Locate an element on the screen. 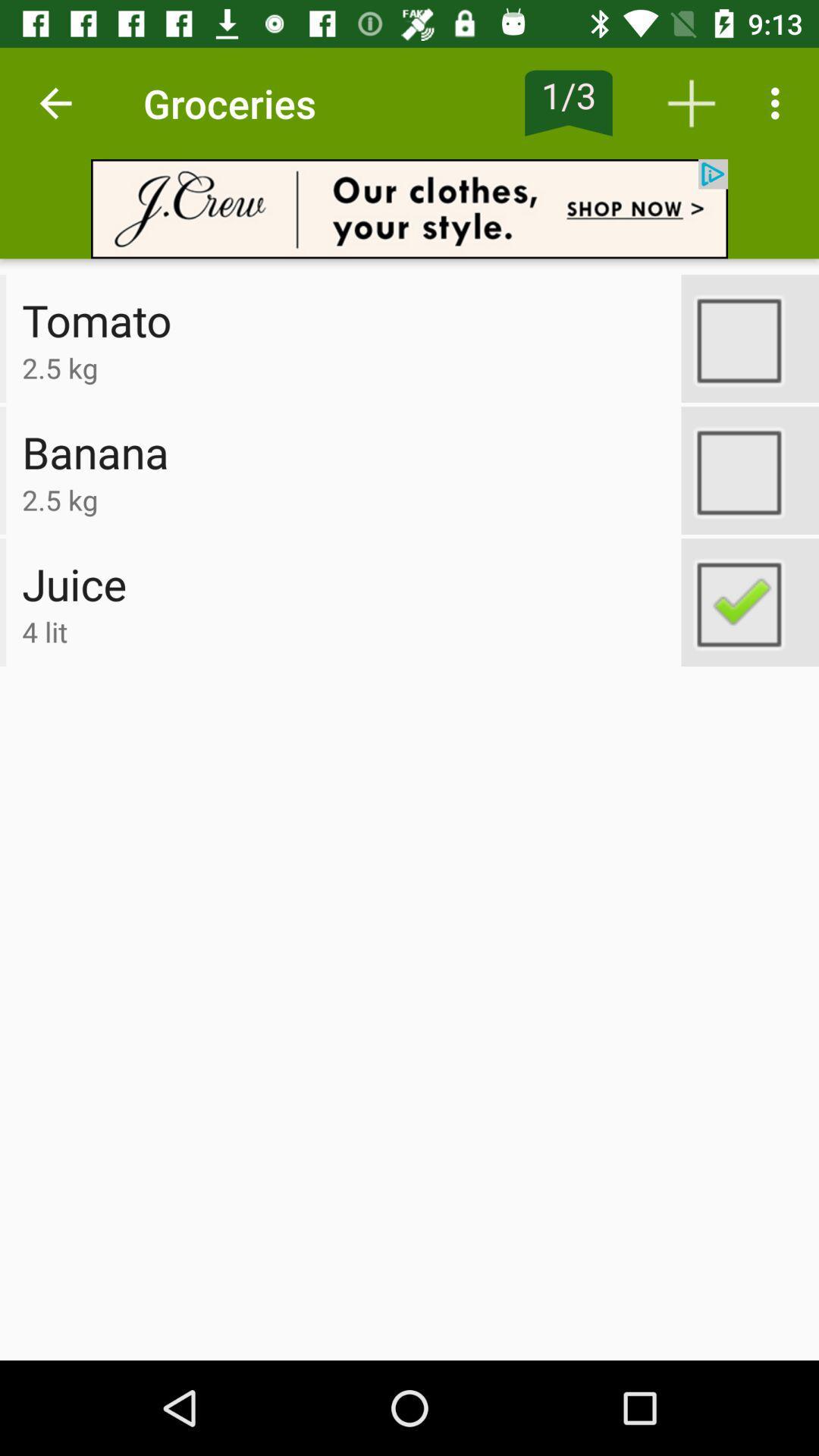 This screenshot has height=1456, width=819. food product is located at coordinates (749, 601).